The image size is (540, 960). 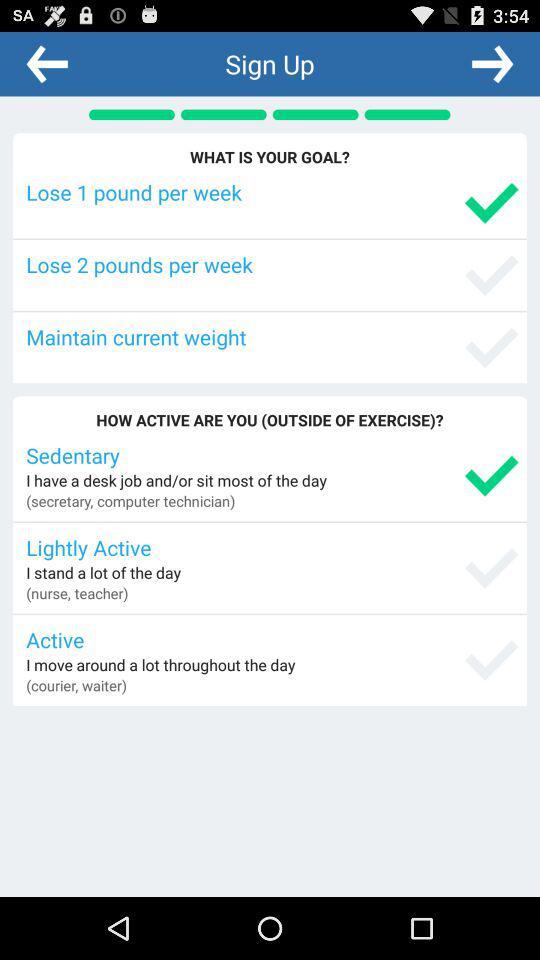 I want to click on go forward, so click(x=491, y=63).